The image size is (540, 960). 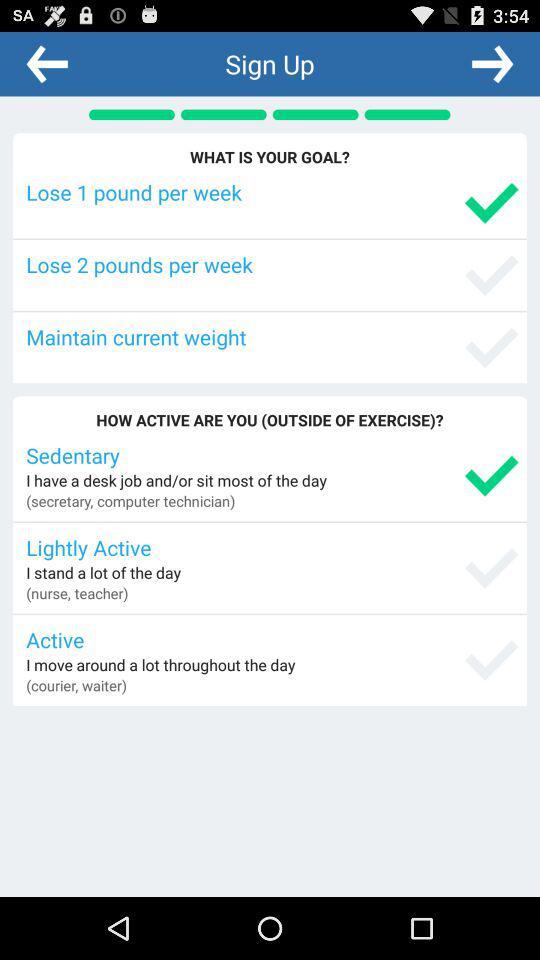 I want to click on go forward, so click(x=491, y=63).